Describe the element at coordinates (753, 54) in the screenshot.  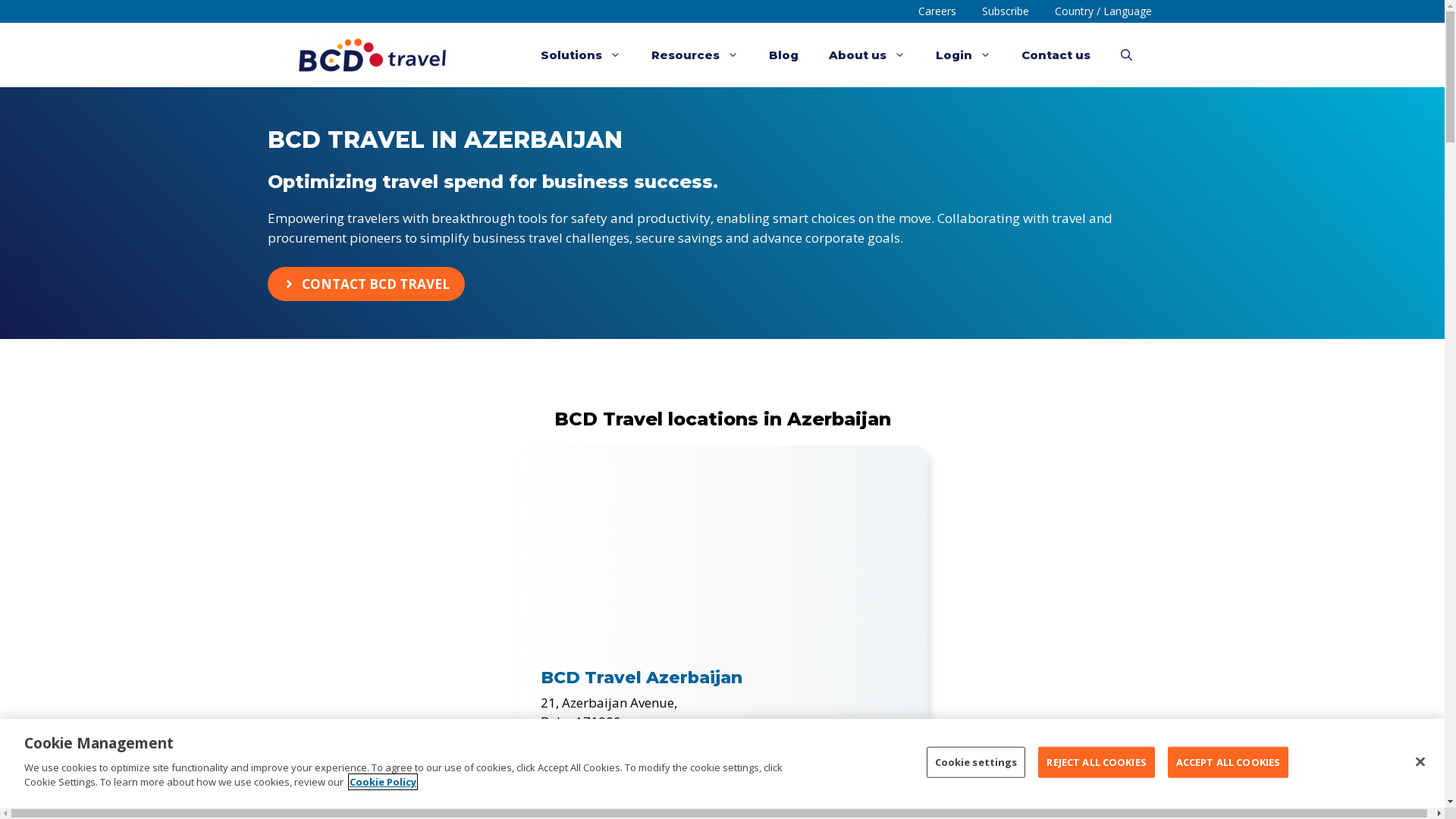
I see `'Blog'` at that location.